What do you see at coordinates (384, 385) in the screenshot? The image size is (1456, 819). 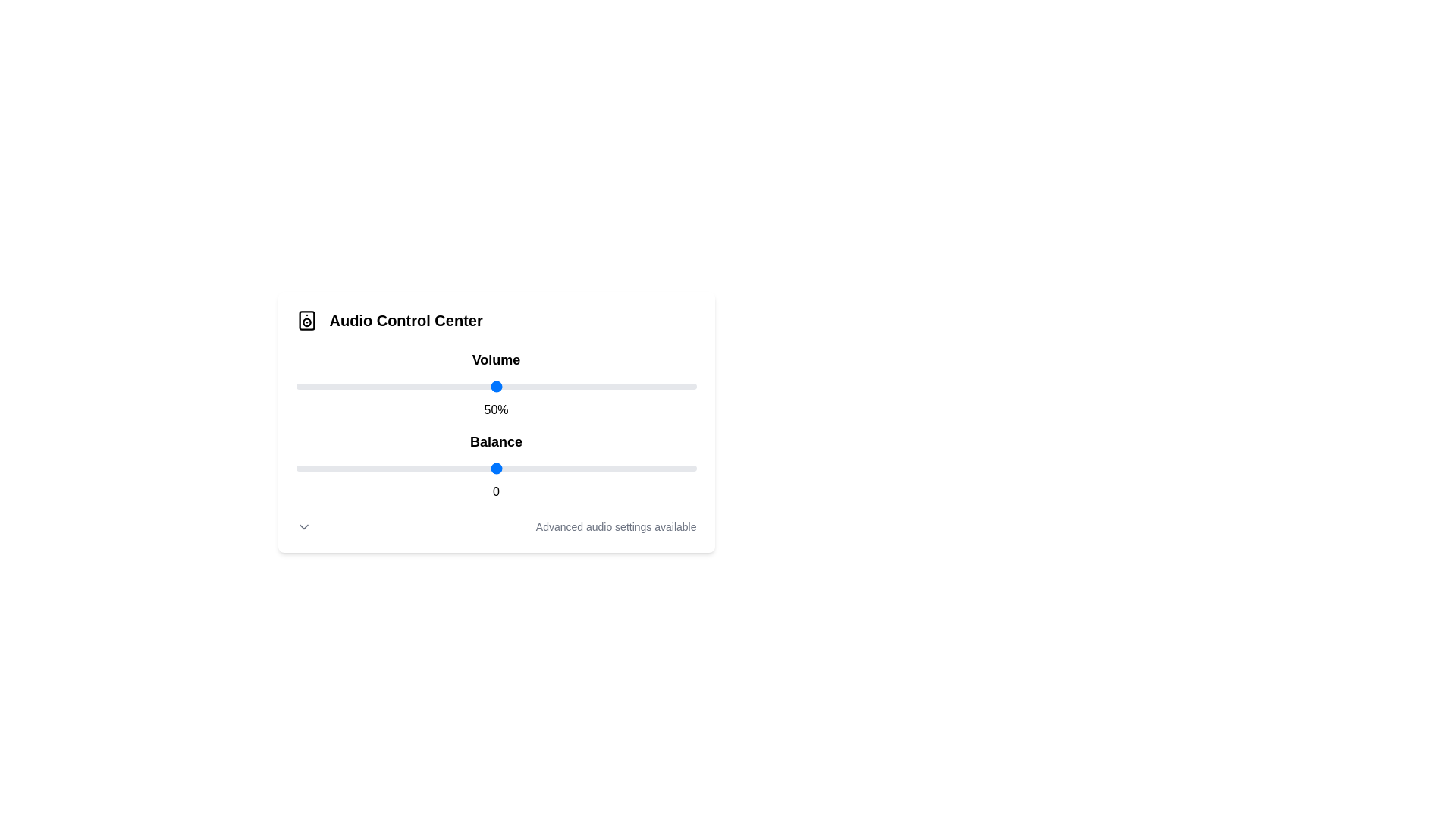 I see `the volume slider to 22%` at bounding box center [384, 385].